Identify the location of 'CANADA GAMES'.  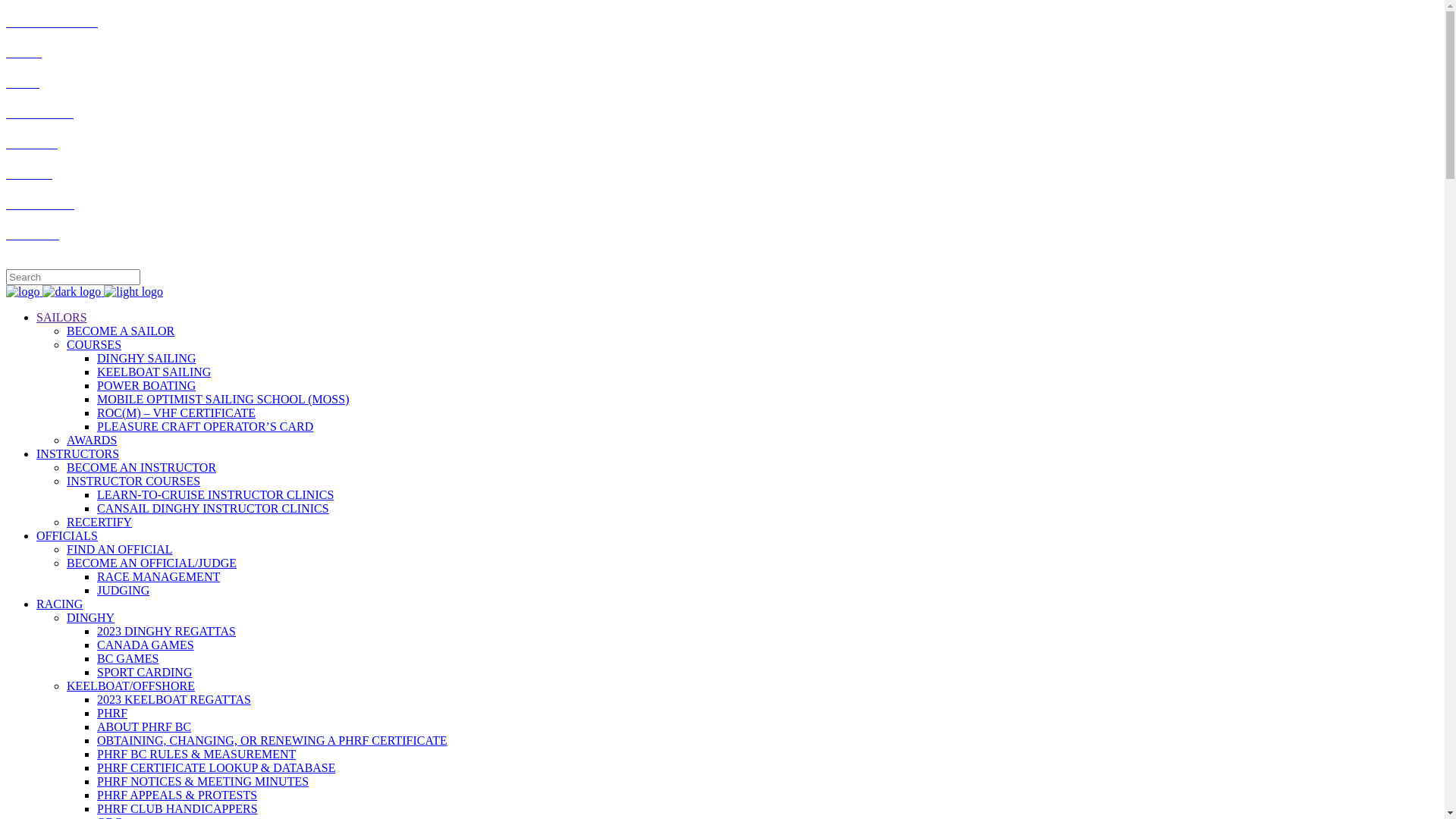
(146, 645).